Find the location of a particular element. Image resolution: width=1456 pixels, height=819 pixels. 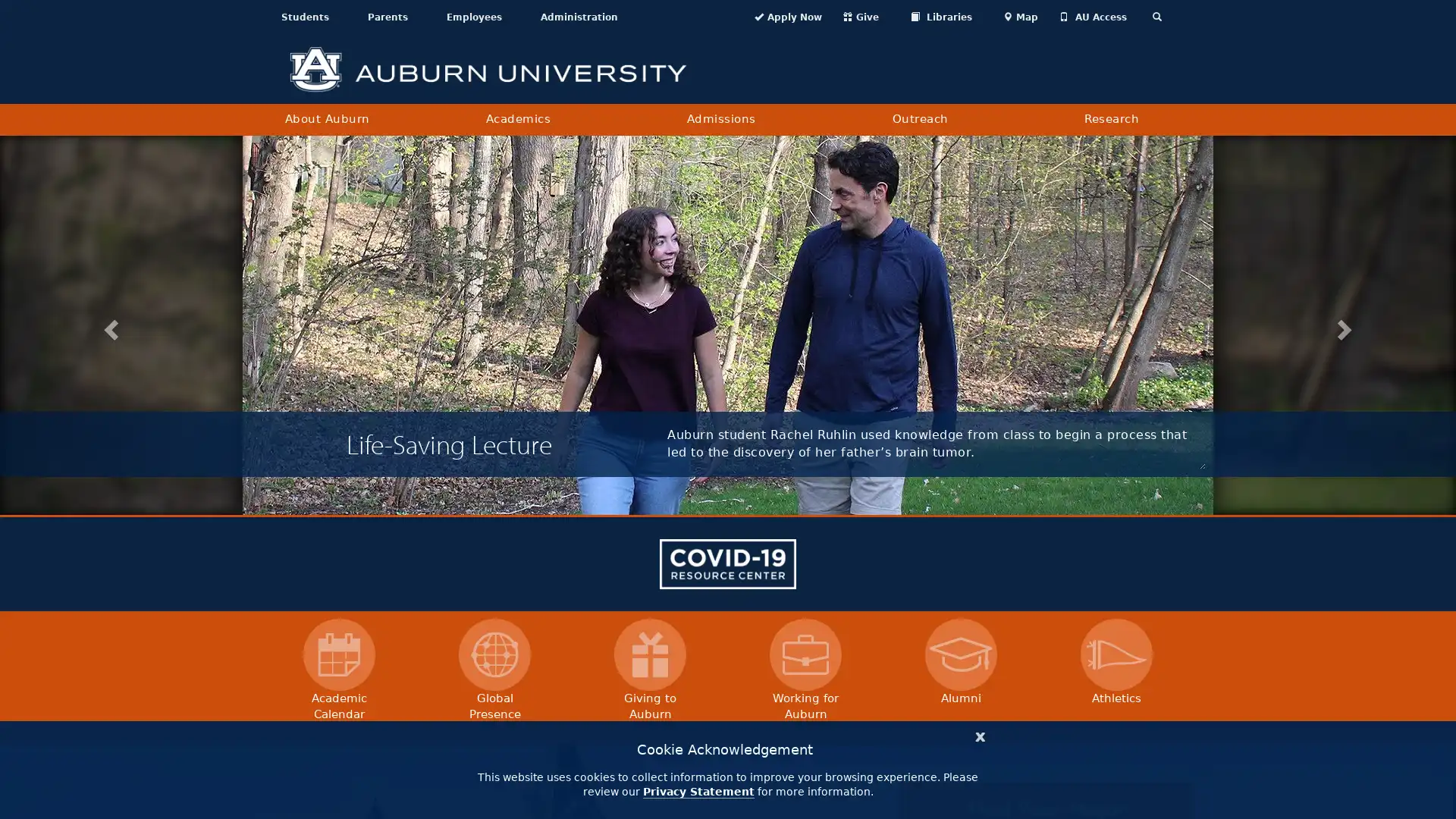

Close is located at coordinates (980, 734).